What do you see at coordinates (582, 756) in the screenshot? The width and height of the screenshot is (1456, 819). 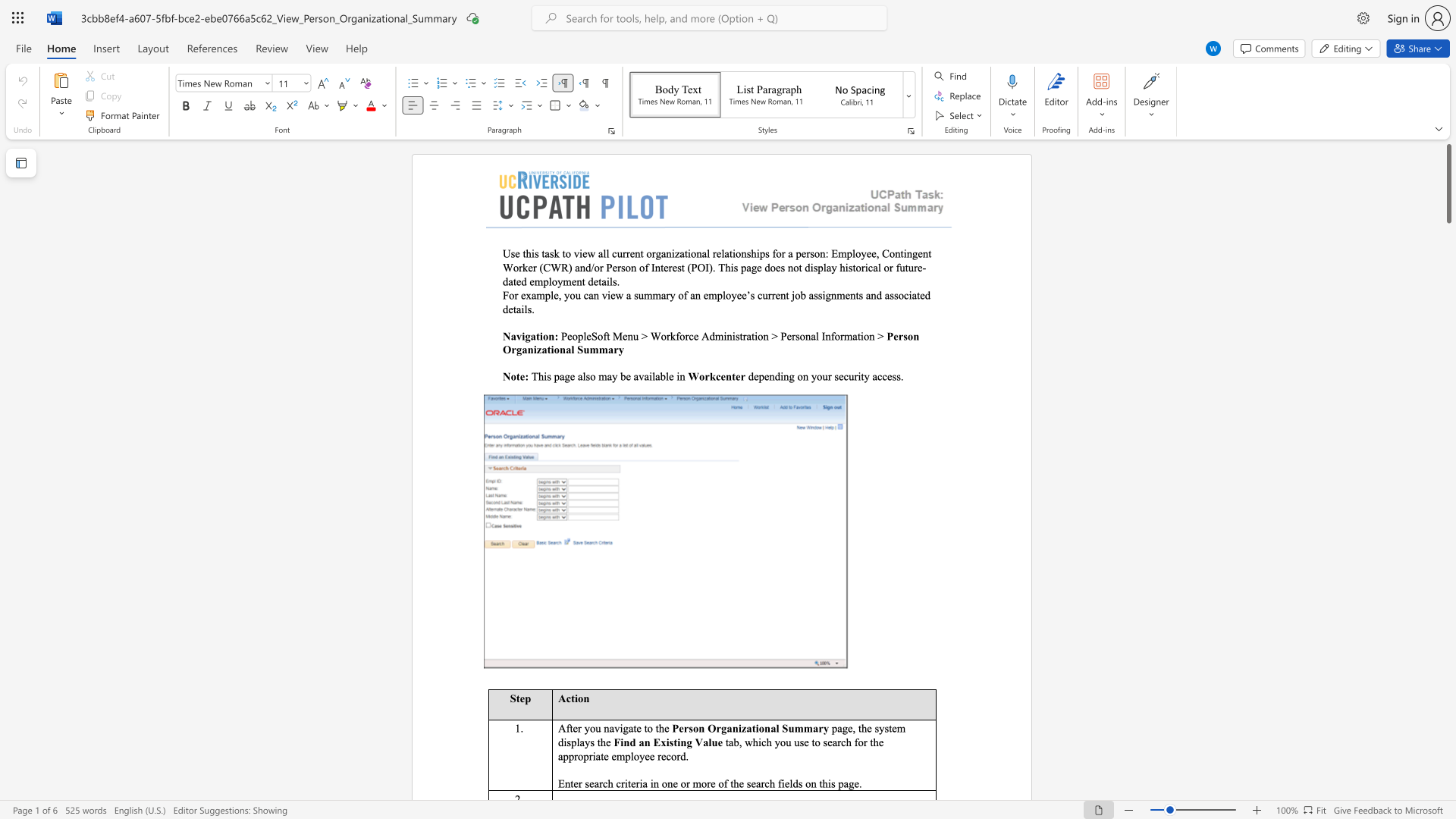 I see `the space between the continuous character "o" and "p" in the text` at bounding box center [582, 756].